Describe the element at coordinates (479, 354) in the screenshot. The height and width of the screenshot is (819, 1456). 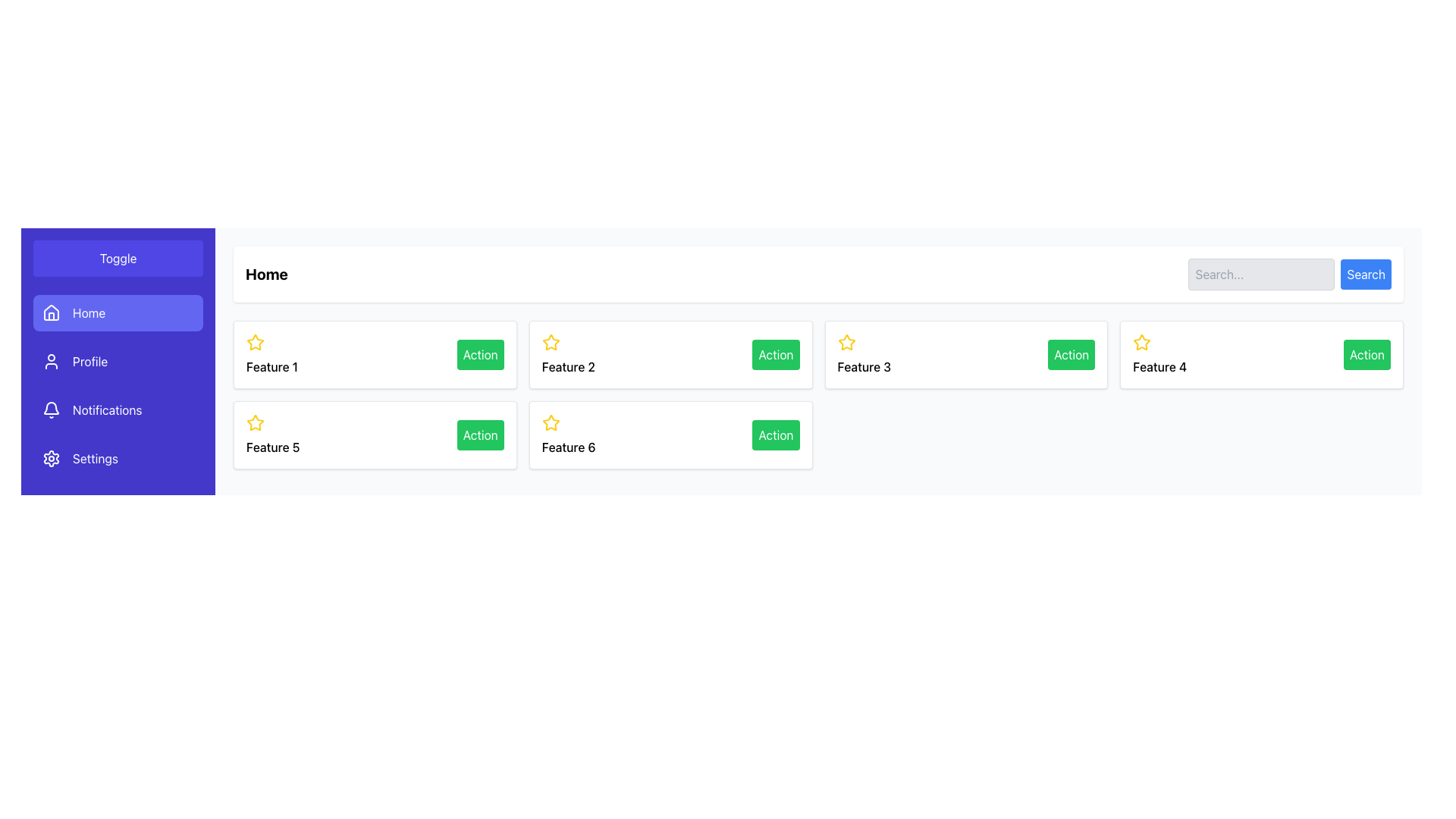
I see `the green button labeled 'Action'` at that location.